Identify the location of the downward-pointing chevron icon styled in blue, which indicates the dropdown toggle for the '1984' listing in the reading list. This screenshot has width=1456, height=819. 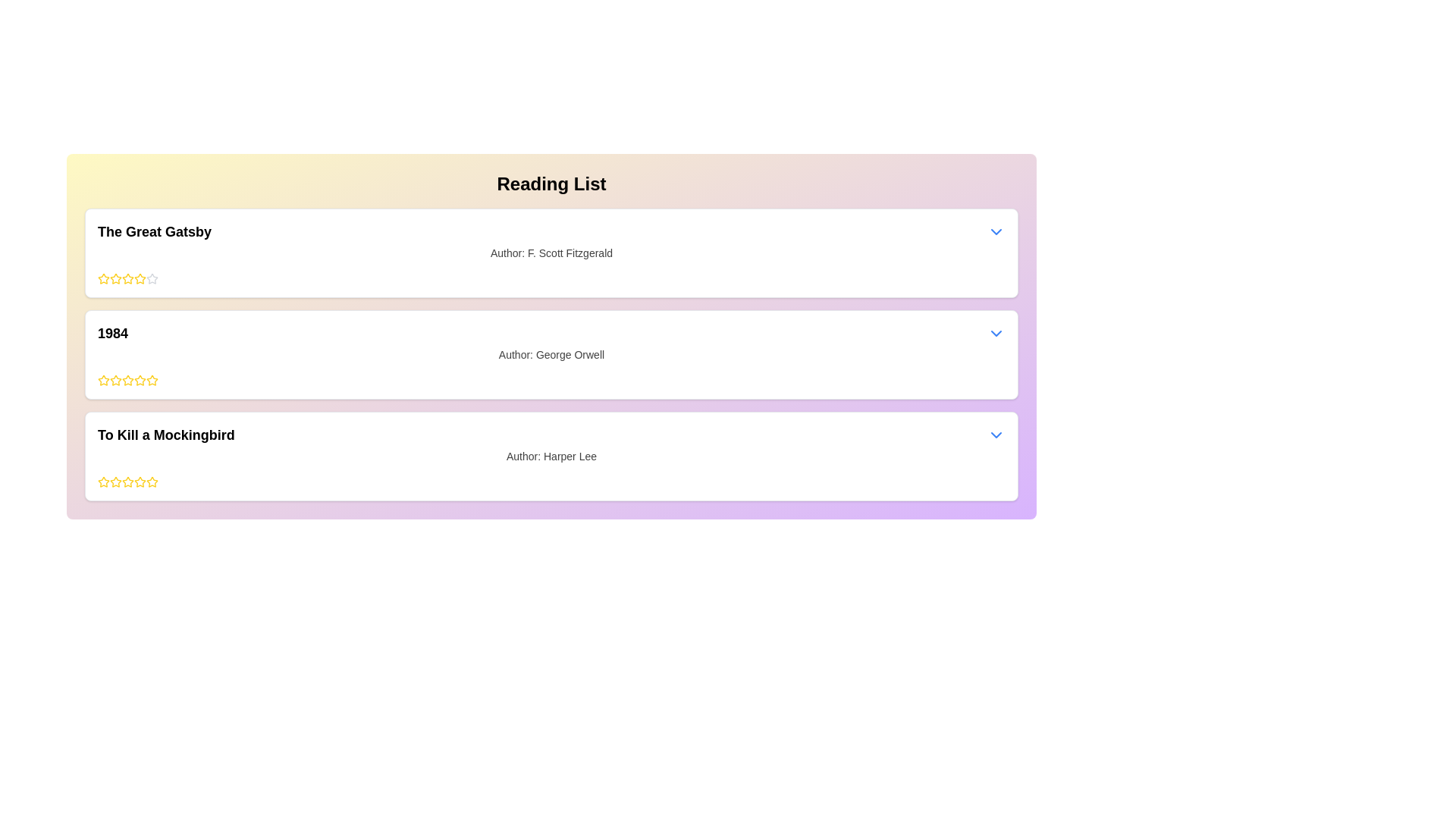
(996, 332).